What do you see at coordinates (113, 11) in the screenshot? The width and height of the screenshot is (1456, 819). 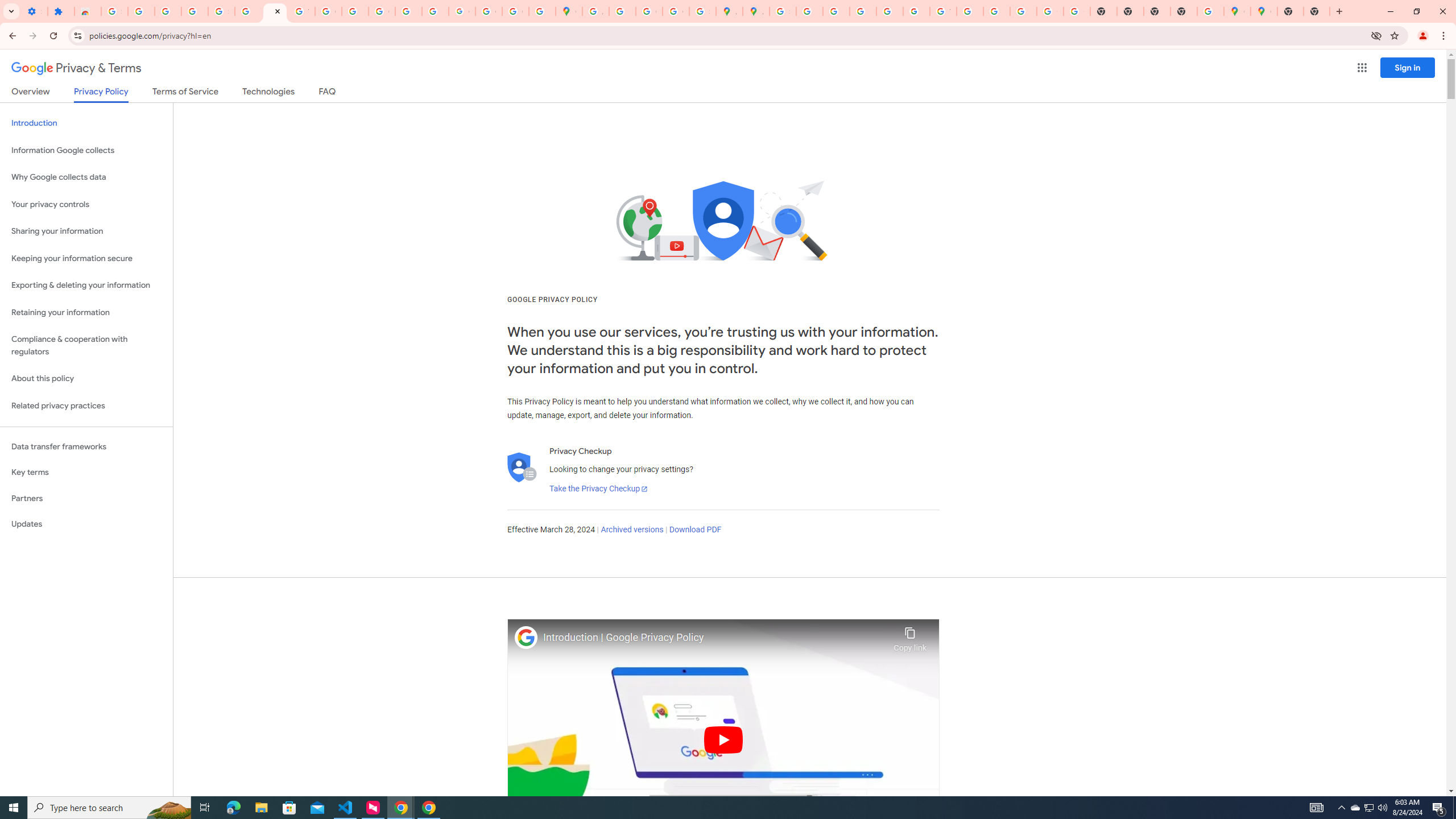 I see `'Sign in - Google Accounts'` at bounding box center [113, 11].